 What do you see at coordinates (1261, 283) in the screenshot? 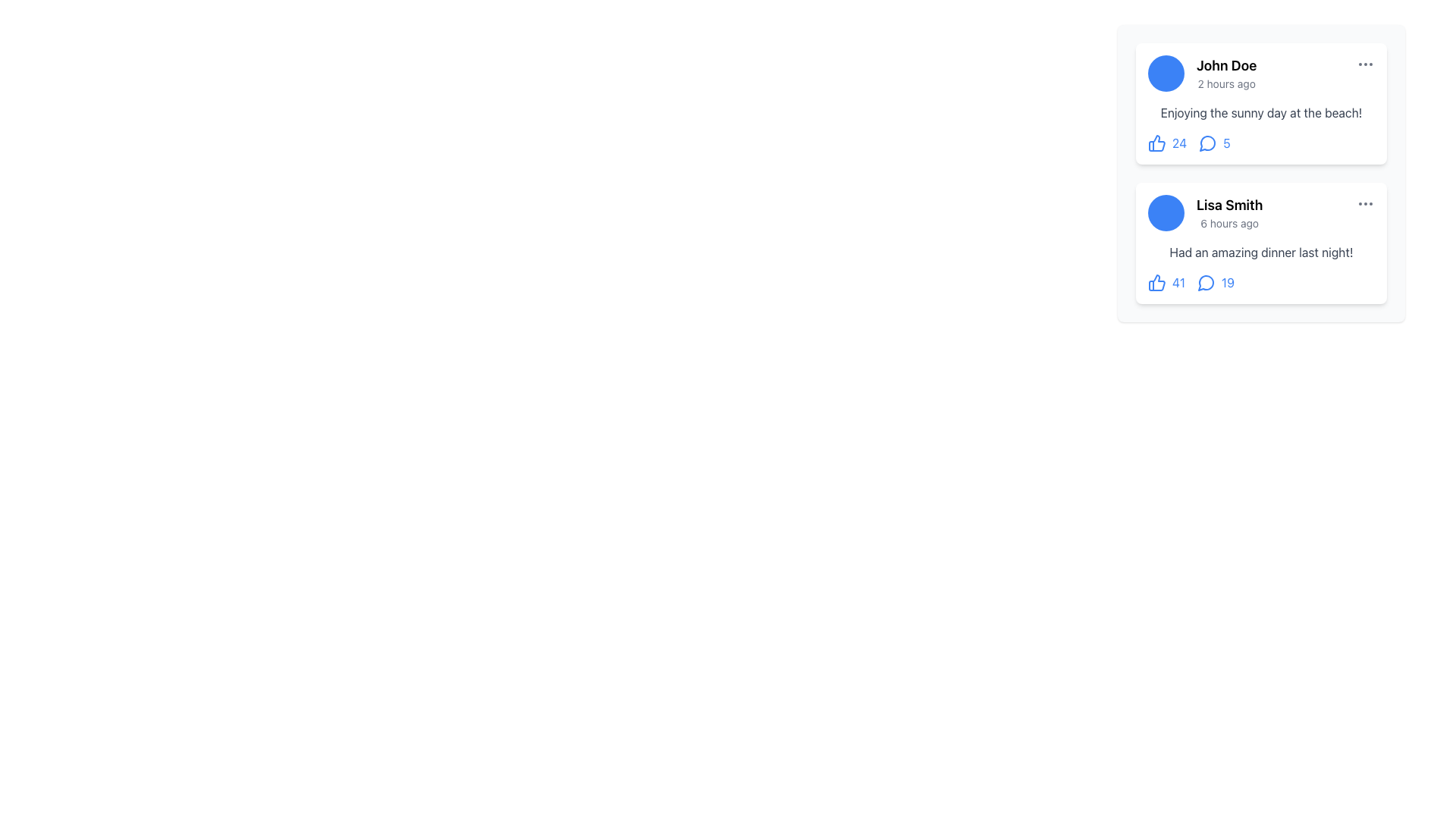
I see `the Interactive Statistic Display containing the numbers '41' and '19' styled in blue text` at bounding box center [1261, 283].